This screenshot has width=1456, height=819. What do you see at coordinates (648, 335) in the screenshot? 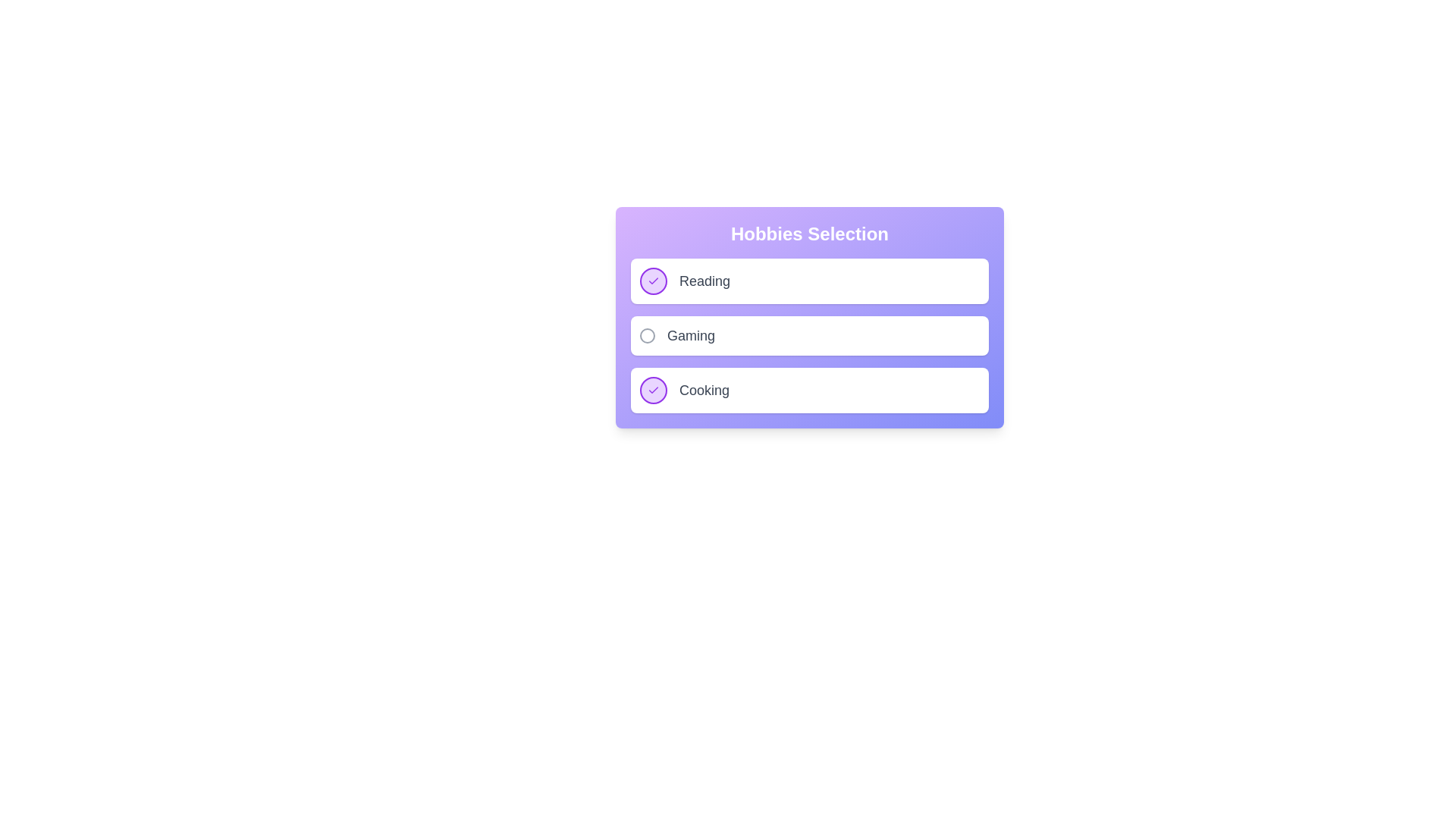
I see `the activity Gaming by clicking its respective button` at bounding box center [648, 335].